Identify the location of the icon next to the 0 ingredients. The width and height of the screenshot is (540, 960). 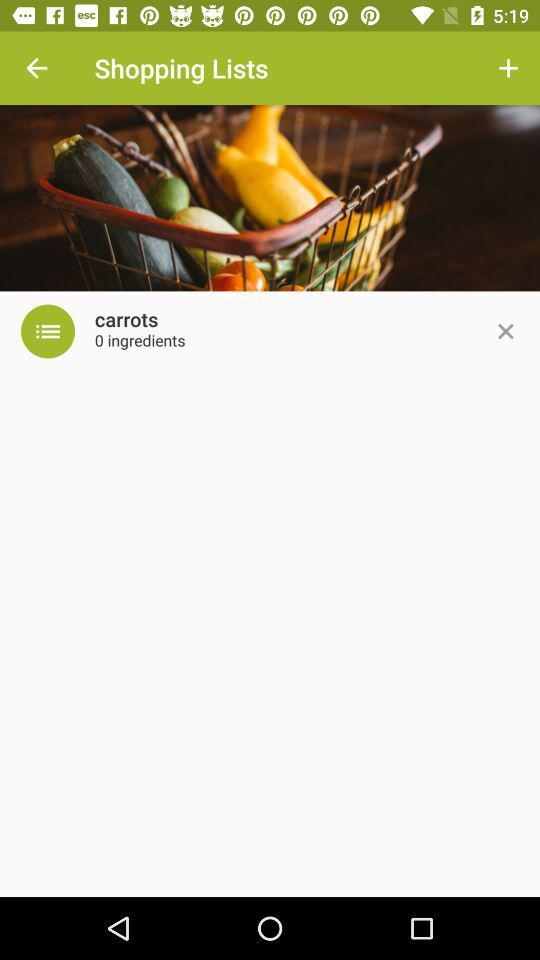
(504, 331).